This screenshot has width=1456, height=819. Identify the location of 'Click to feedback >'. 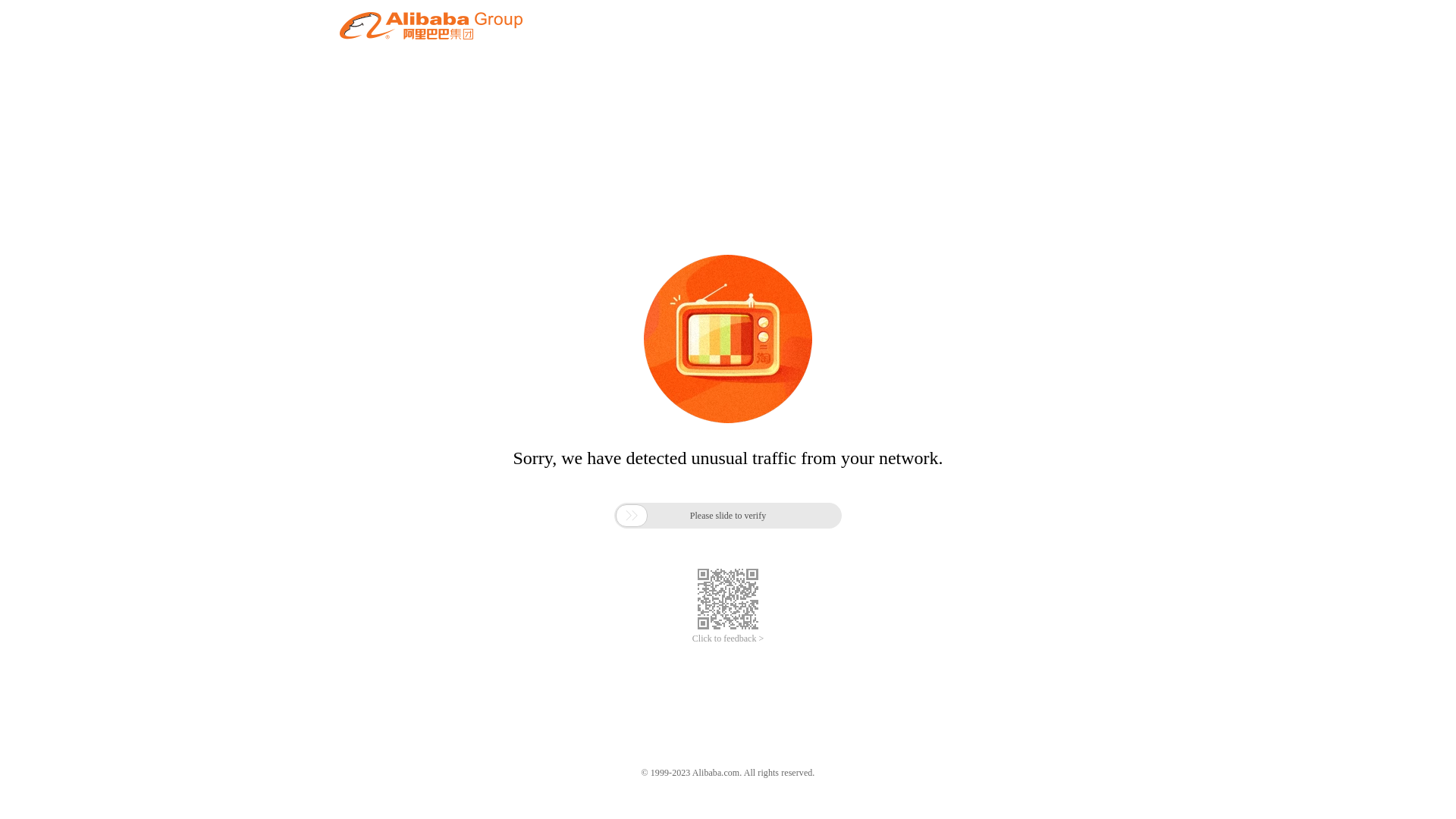
(691, 639).